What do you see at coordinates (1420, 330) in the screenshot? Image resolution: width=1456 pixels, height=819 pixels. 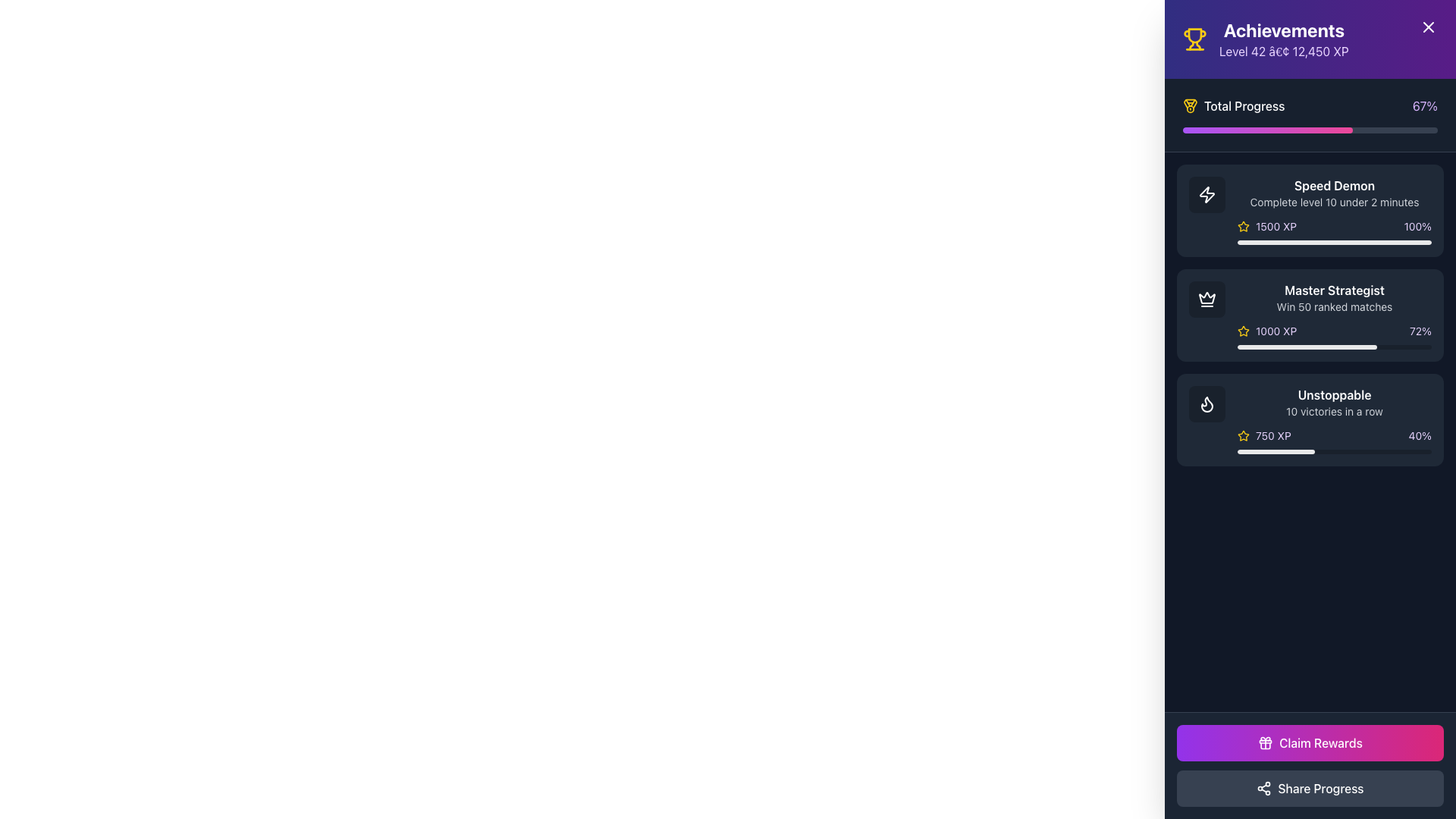 I see `the Label displaying '72%' in light purple font, which indicates progress for the 'Master Strategist' achievement` at bounding box center [1420, 330].